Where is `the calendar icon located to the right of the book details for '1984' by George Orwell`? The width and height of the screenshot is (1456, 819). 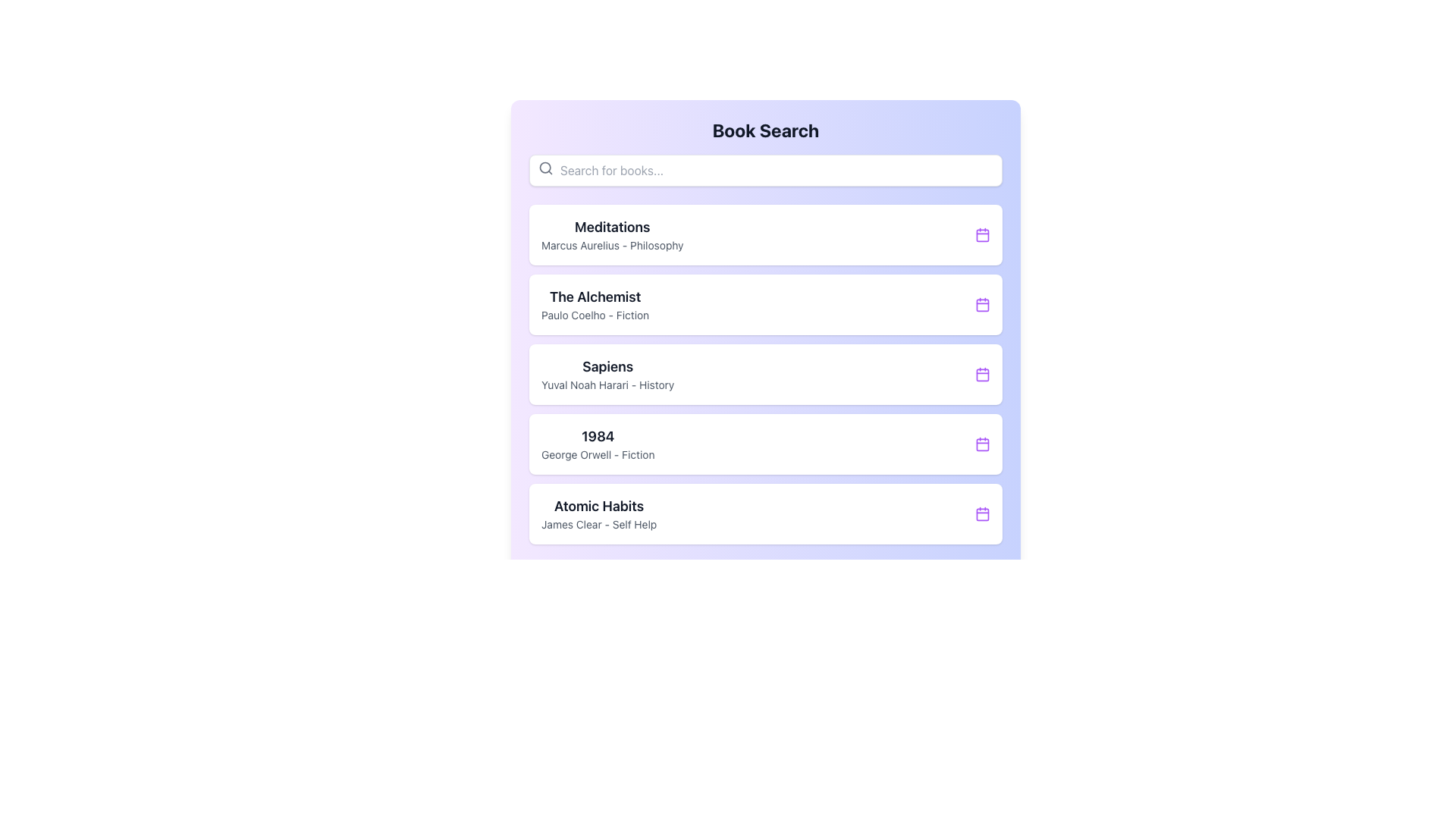
the calendar icon located to the right of the book details for '1984' by George Orwell is located at coordinates (983, 444).